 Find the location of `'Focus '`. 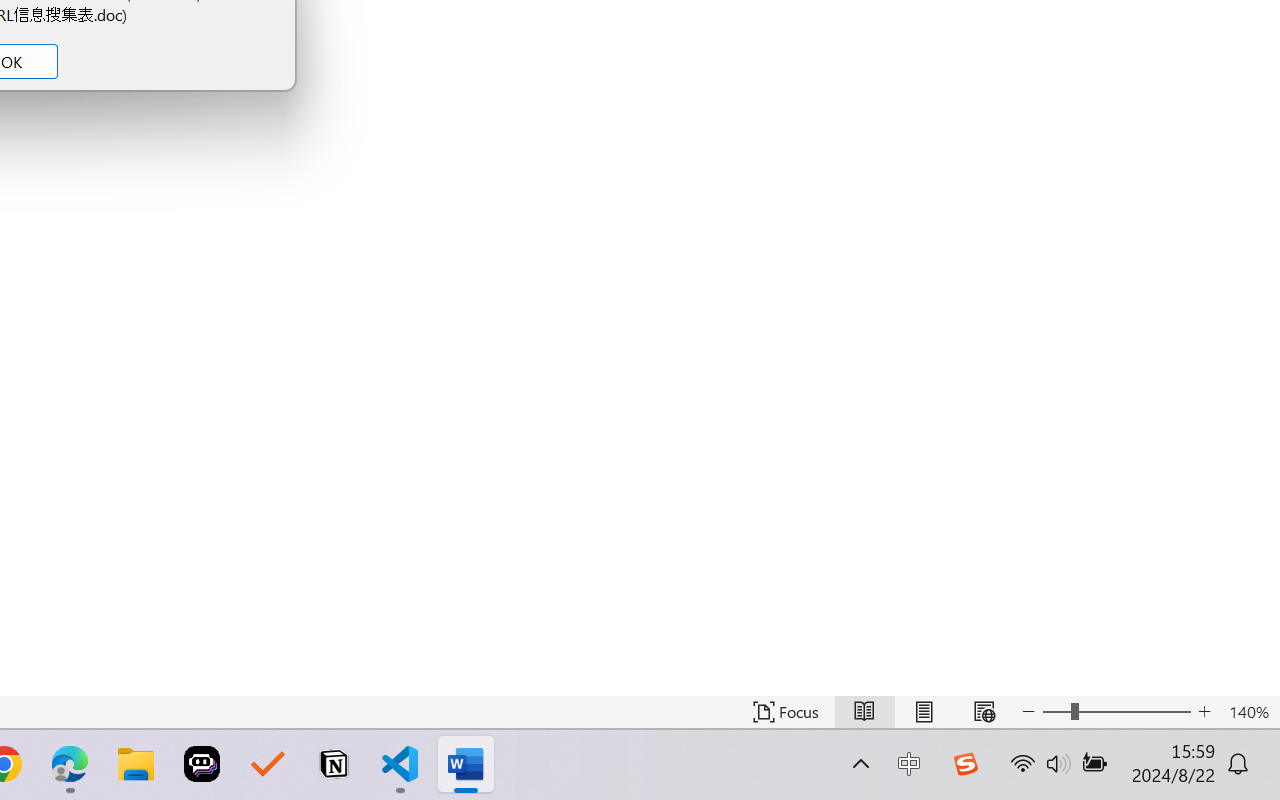

'Focus ' is located at coordinates (785, 711).